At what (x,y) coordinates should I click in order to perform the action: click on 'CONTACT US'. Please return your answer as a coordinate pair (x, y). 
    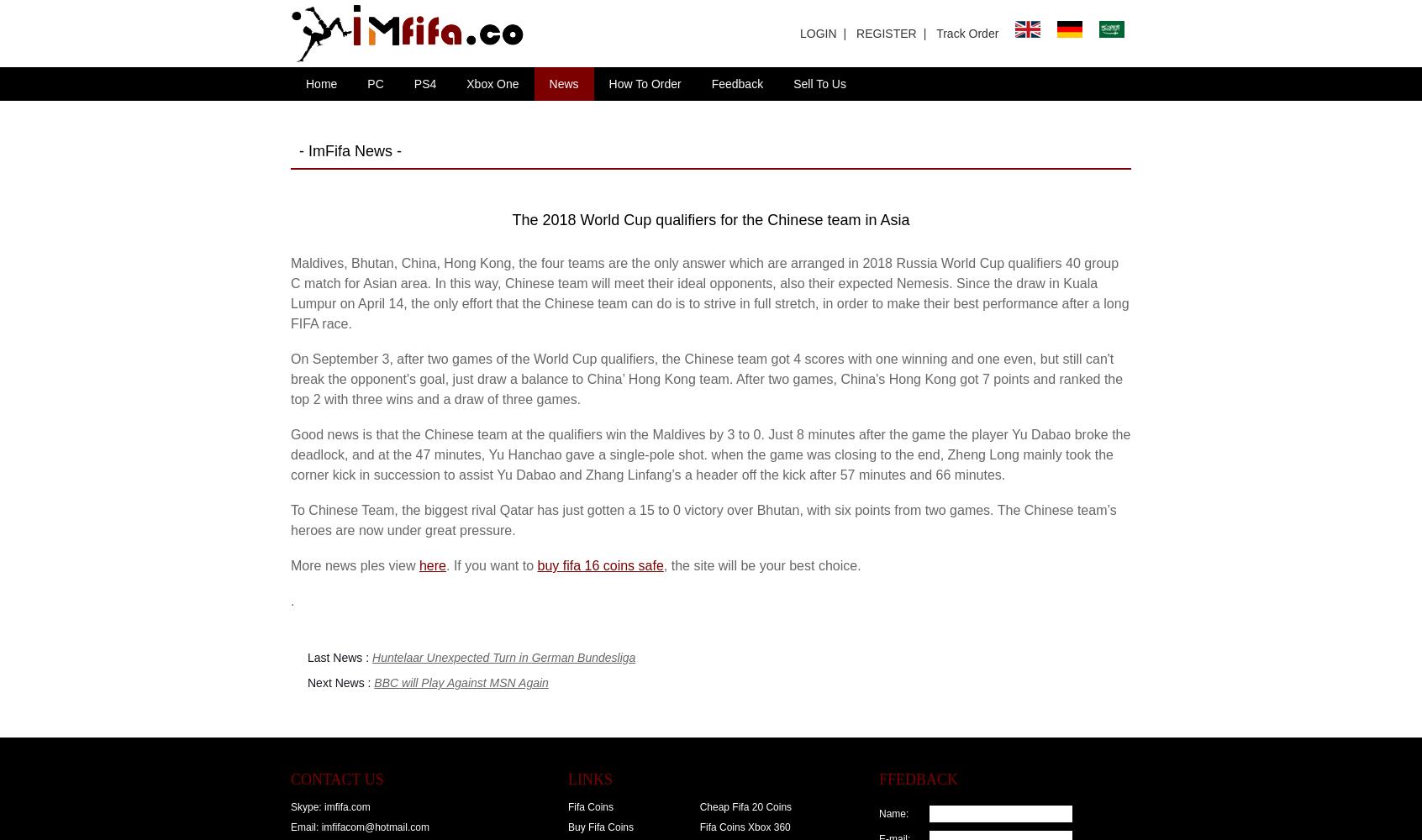
    Looking at the image, I should click on (337, 780).